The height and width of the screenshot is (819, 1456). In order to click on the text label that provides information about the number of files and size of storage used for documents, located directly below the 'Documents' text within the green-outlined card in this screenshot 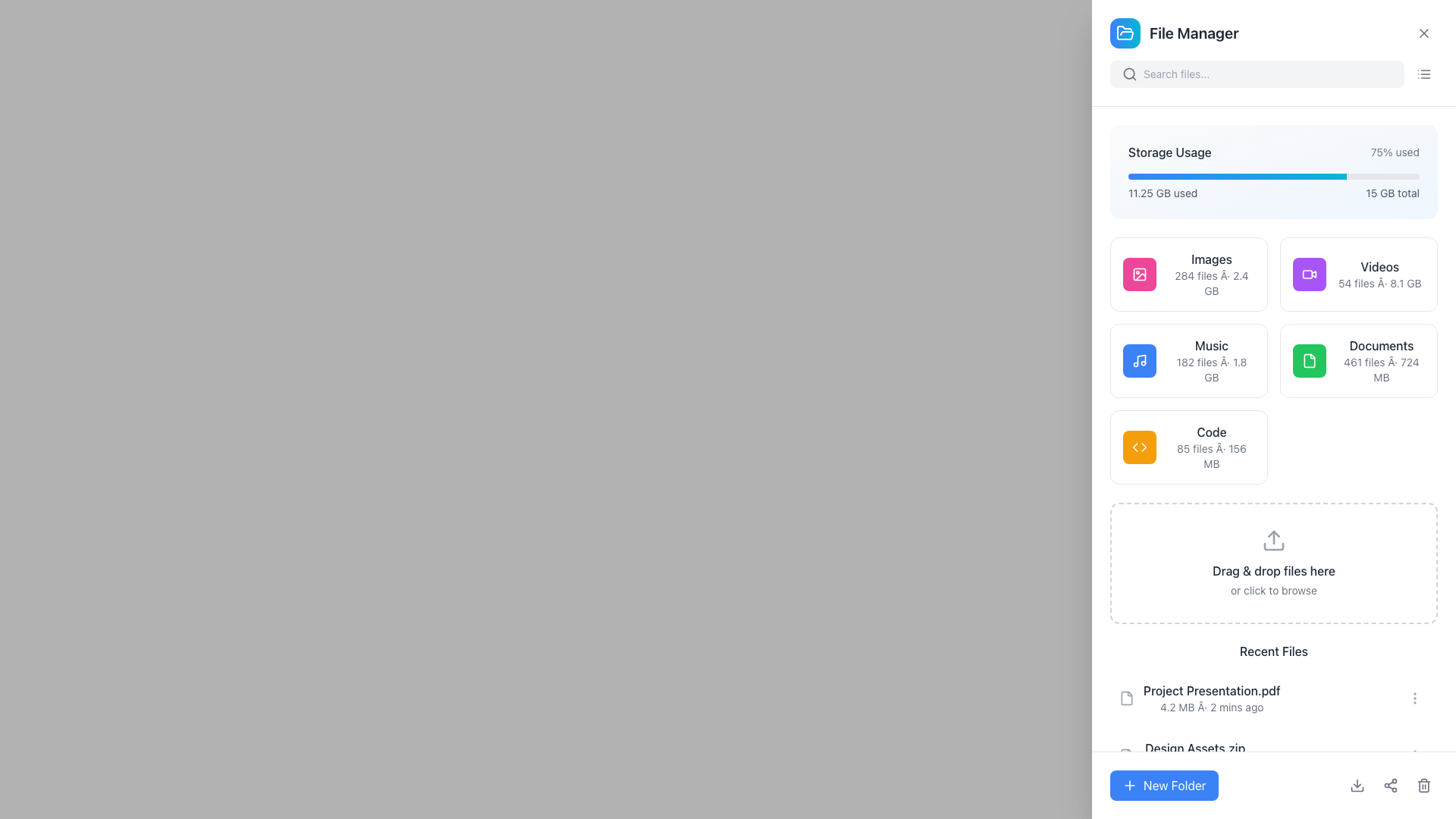, I will do `click(1382, 370)`.